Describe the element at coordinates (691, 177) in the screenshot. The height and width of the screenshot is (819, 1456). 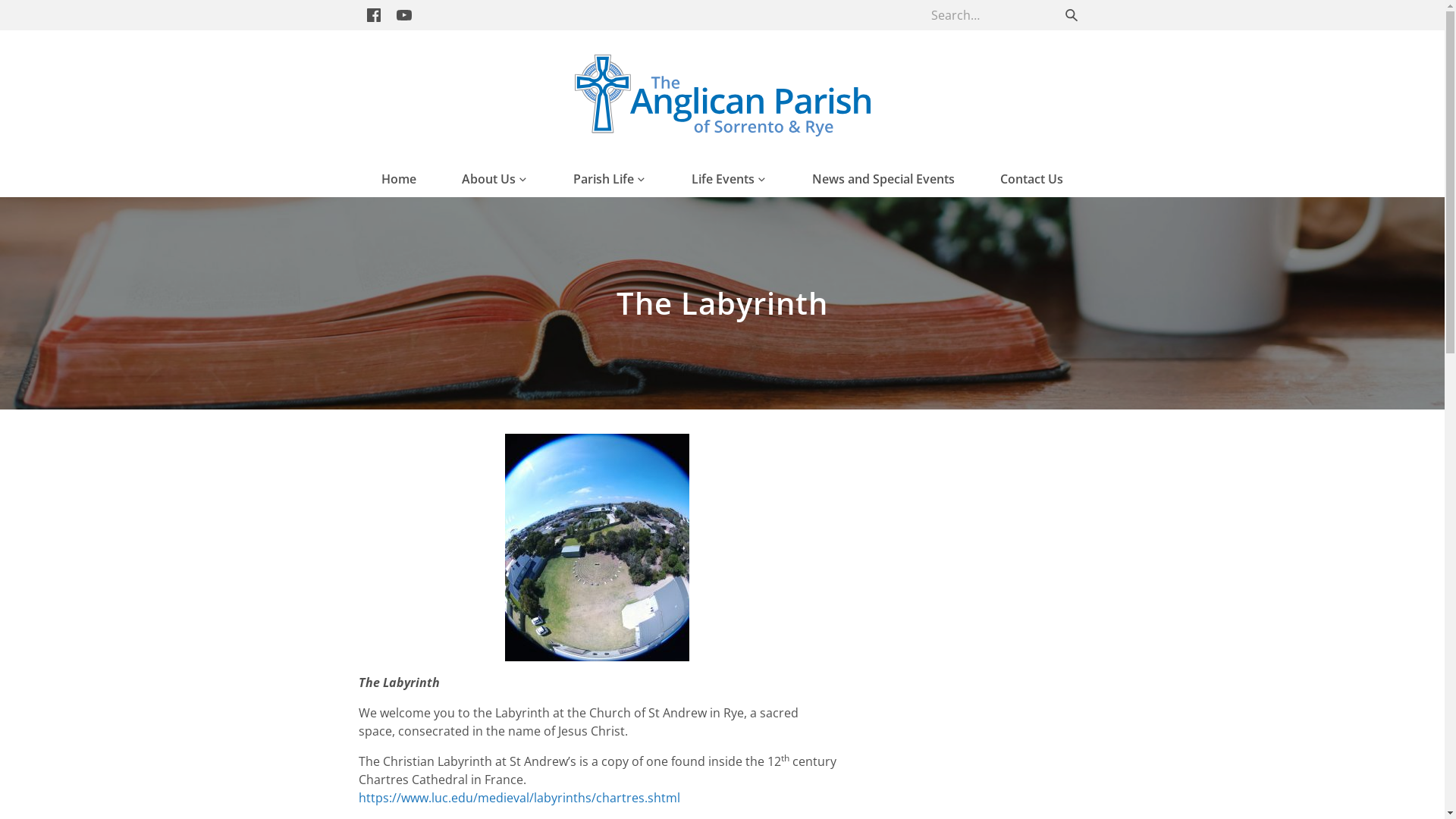
I see `'Life Events'` at that location.